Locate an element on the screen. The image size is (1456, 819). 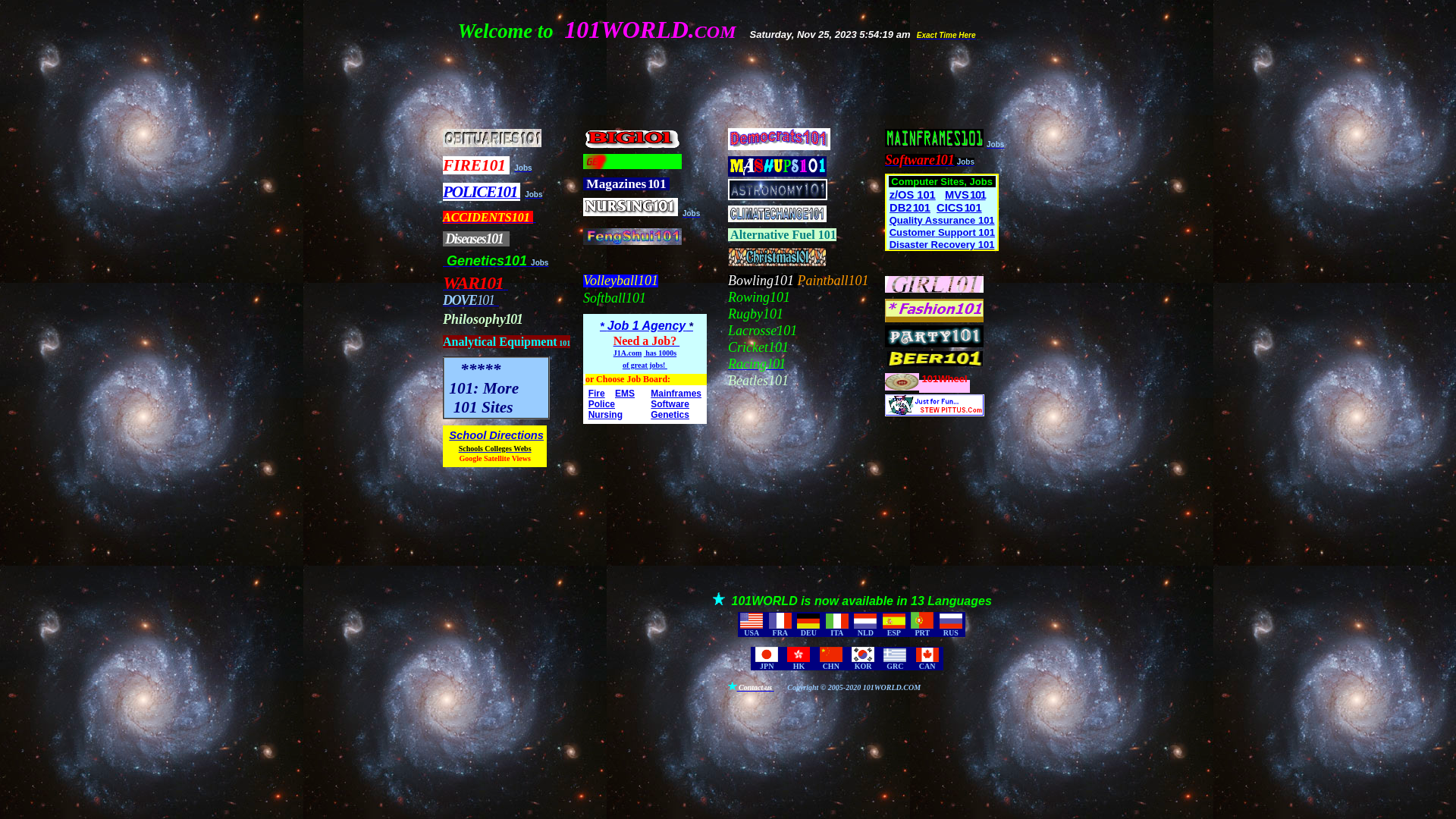
'CAN' is located at coordinates (927, 664).